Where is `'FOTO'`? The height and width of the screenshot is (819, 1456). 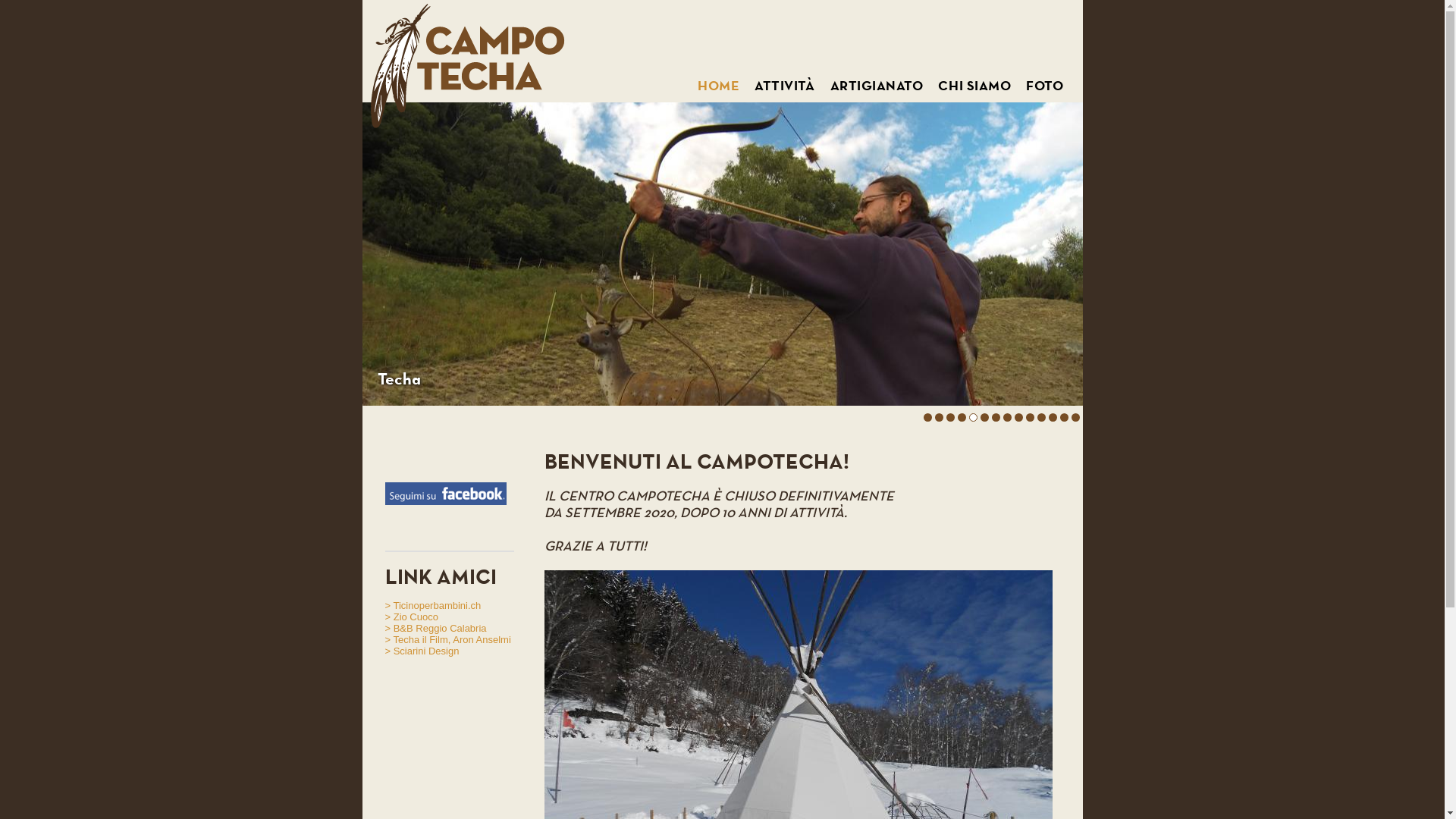 'FOTO' is located at coordinates (1026, 86).